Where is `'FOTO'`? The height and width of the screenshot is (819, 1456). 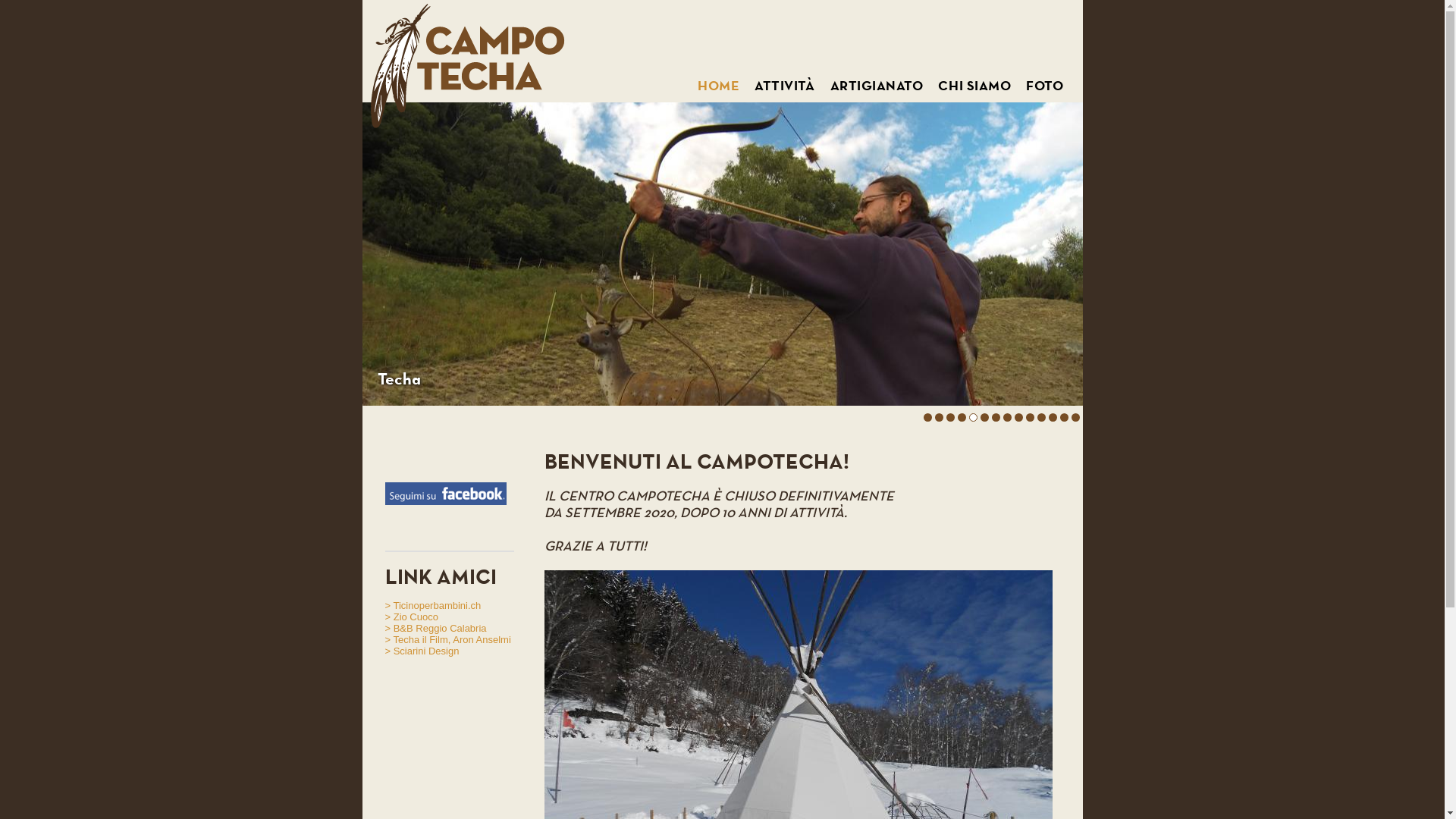 'FOTO' is located at coordinates (1026, 86).